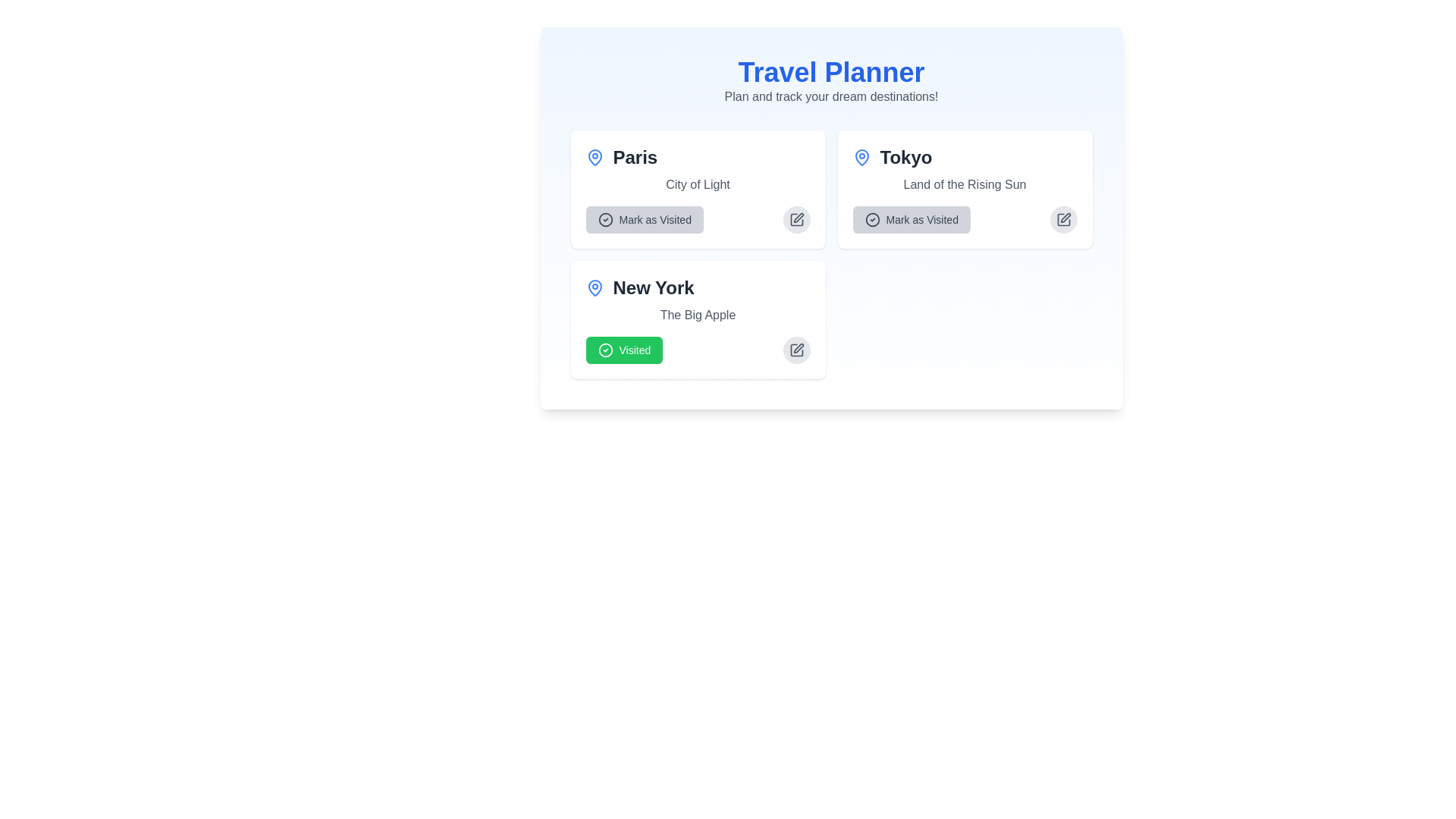 The image size is (1456, 819). Describe the element at coordinates (1062, 219) in the screenshot. I see `the editing icon (pen over a square) in the top-right corner of the 'Tokyo' card to initiate editing` at that location.